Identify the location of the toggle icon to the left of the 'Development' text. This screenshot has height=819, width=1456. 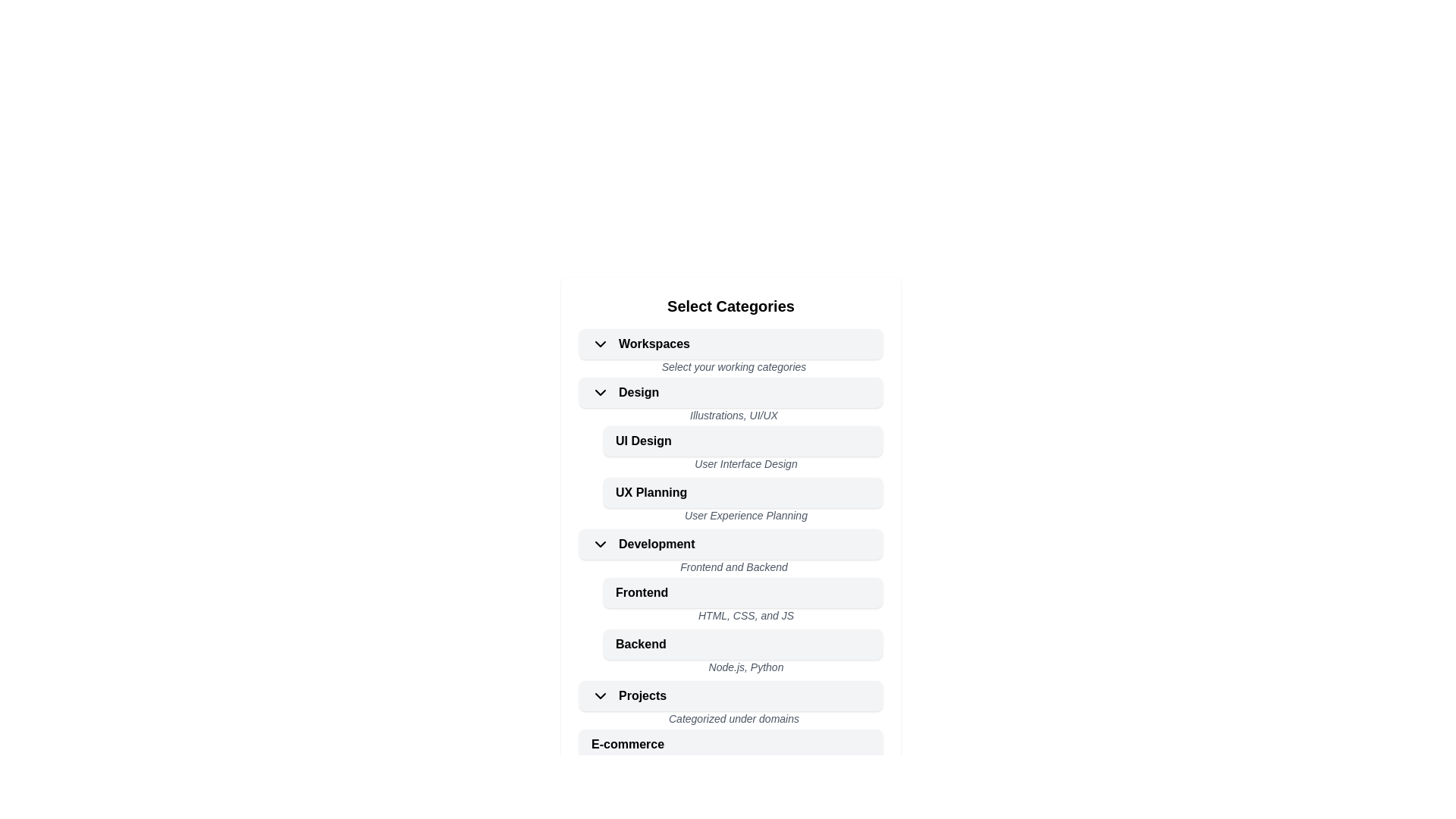
(600, 543).